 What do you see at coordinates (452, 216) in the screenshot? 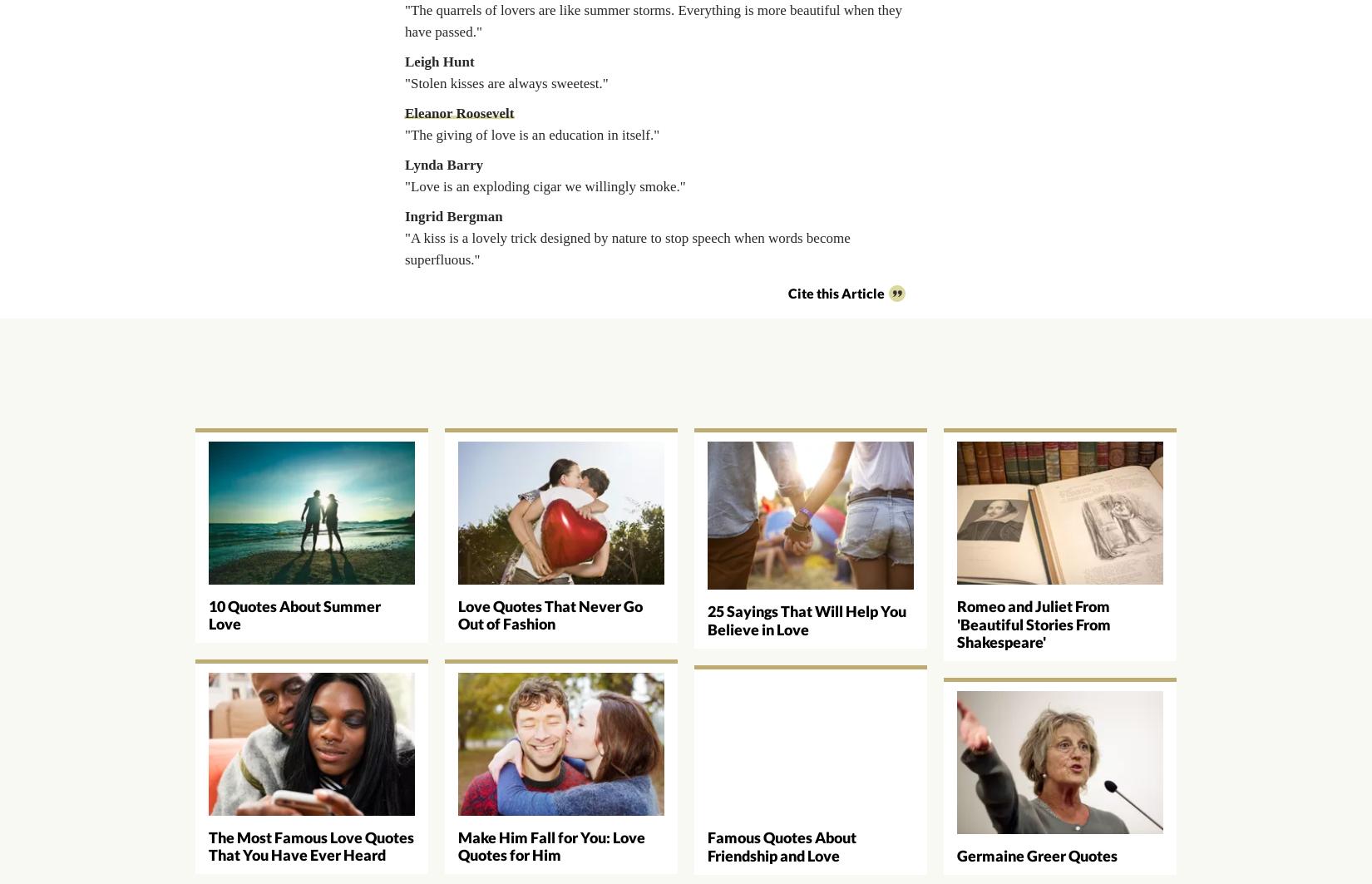
I see `'Ingrid Bergman'` at bounding box center [452, 216].